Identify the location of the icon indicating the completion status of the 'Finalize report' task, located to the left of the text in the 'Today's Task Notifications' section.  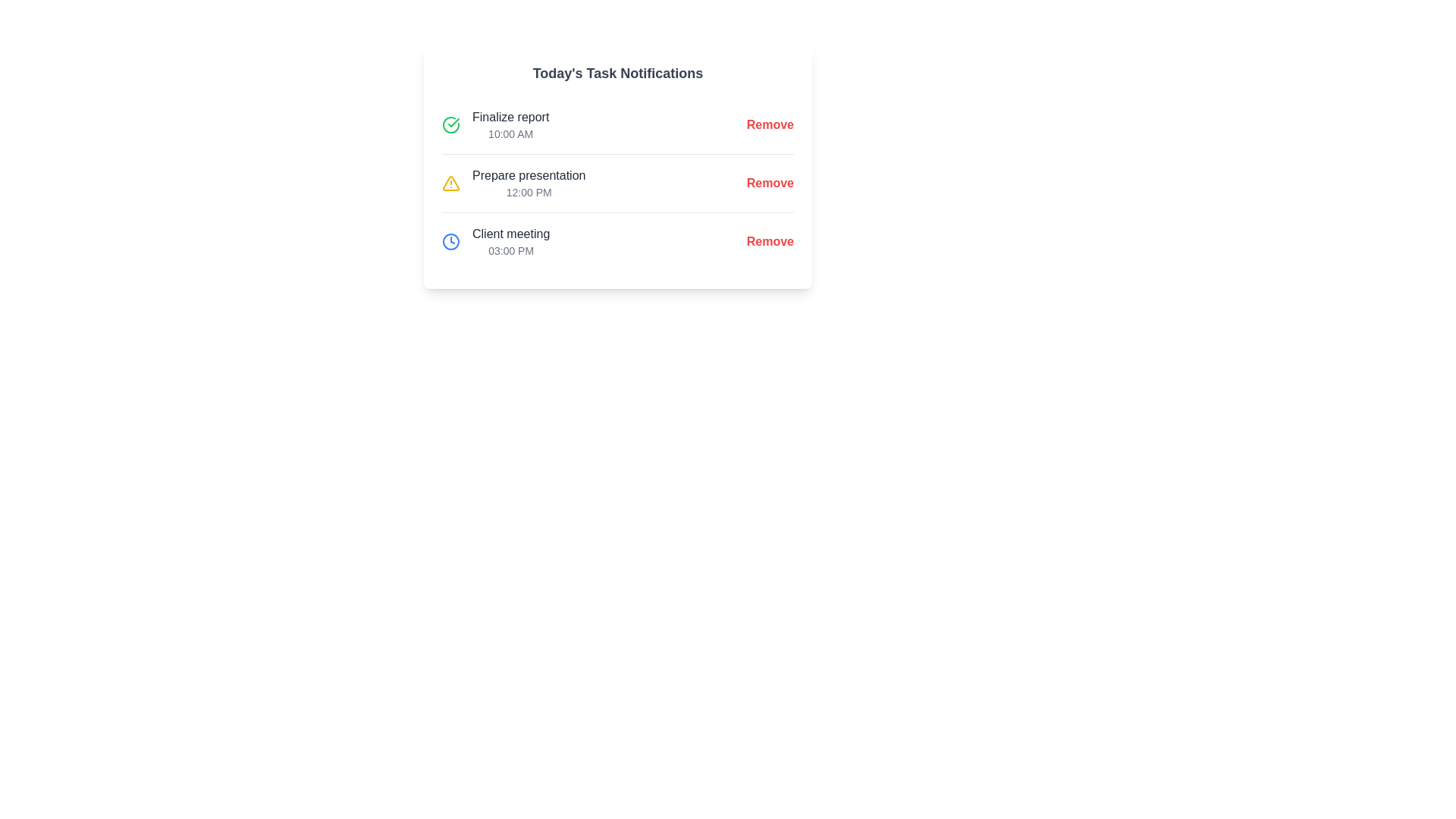
(450, 124).